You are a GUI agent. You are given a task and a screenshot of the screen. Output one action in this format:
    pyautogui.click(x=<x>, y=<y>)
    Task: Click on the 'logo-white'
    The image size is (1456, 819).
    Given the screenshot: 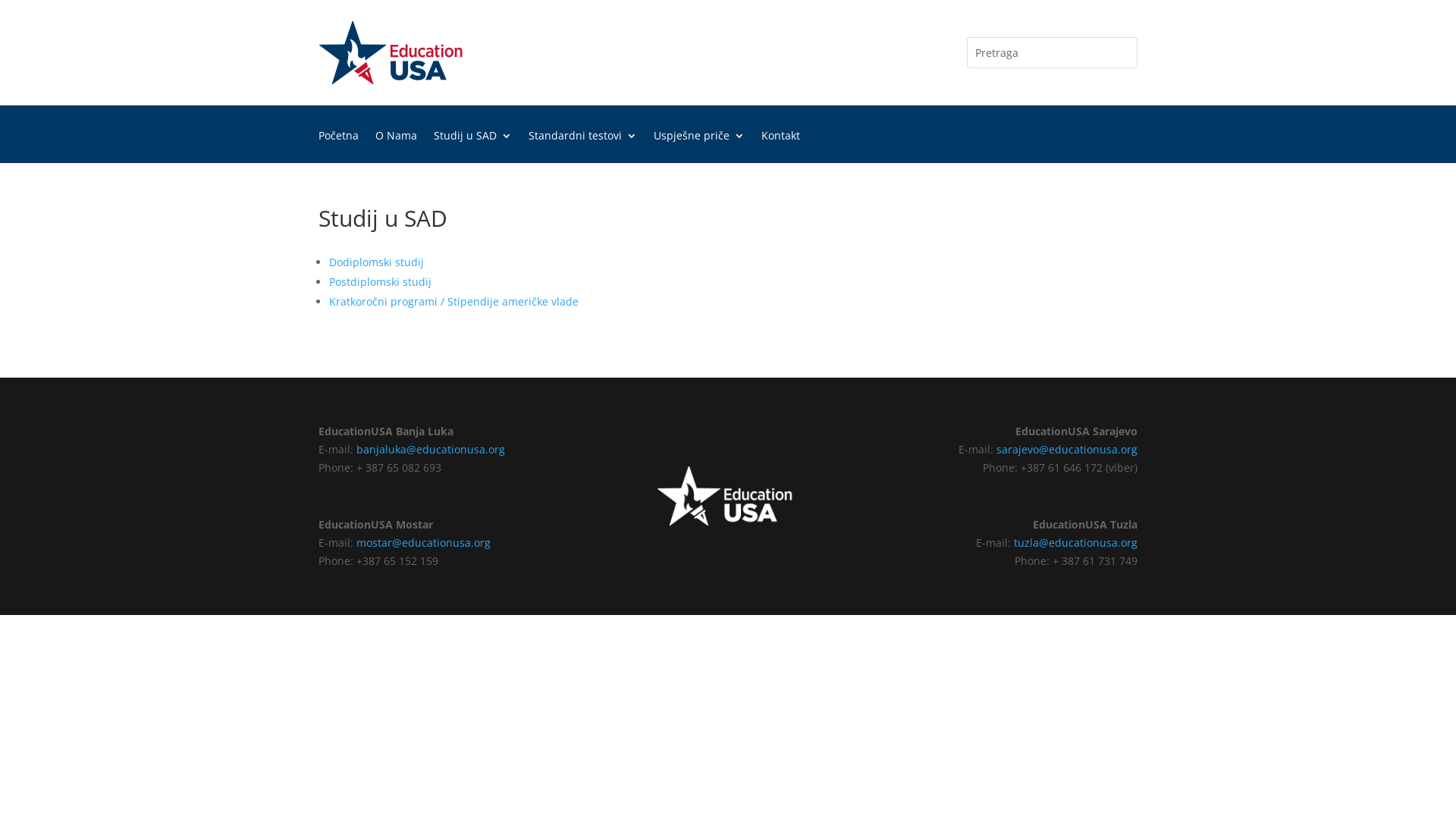 What is the action you would take?
    pyautogui.click(x=728, y=496)
    